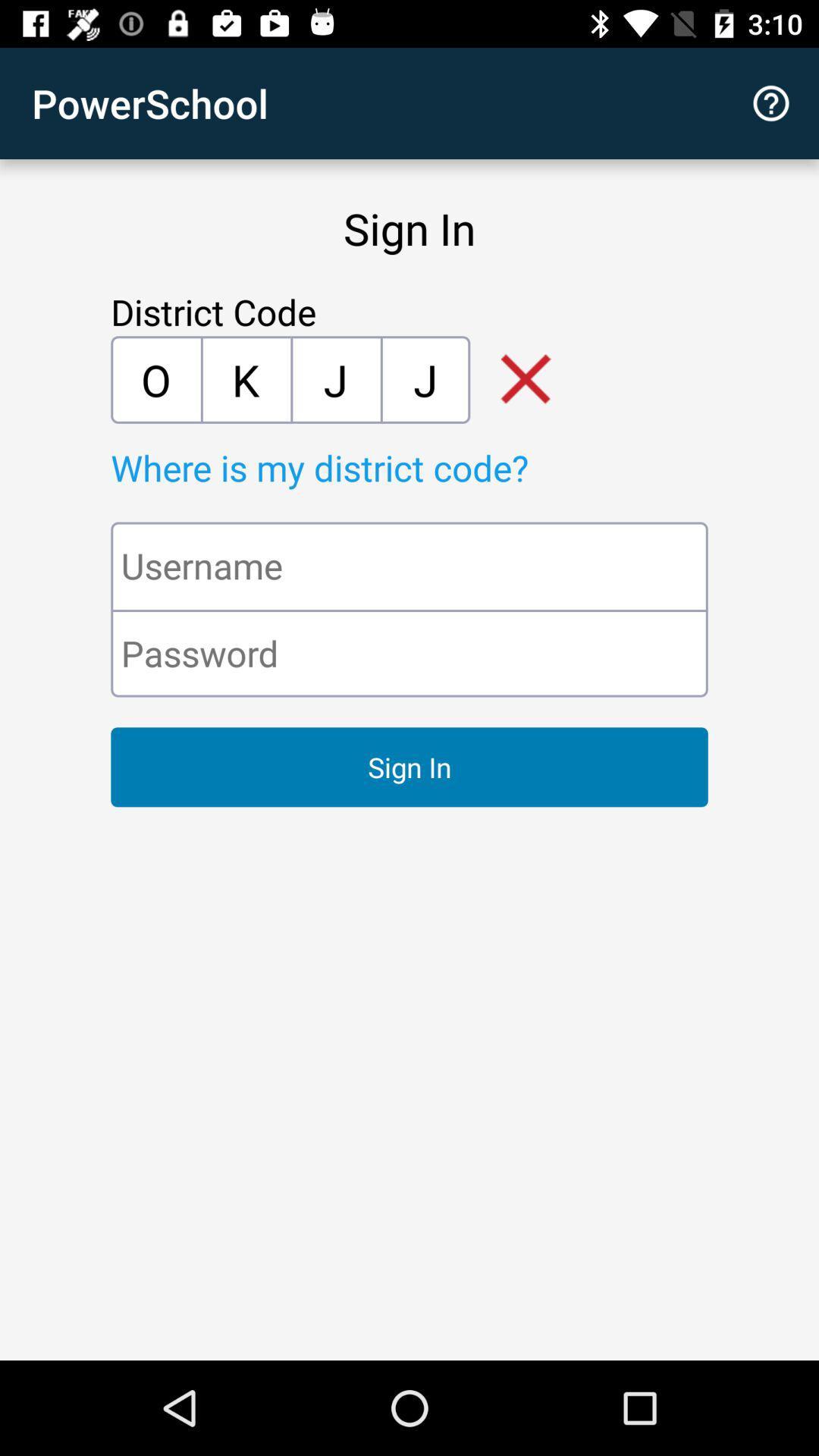 The height and width of the screenshot is (1456, 819). What do you see at coordinates (245, 379) in the screenshot?
I see `the letter beside o` at bounding box center [245, 379].